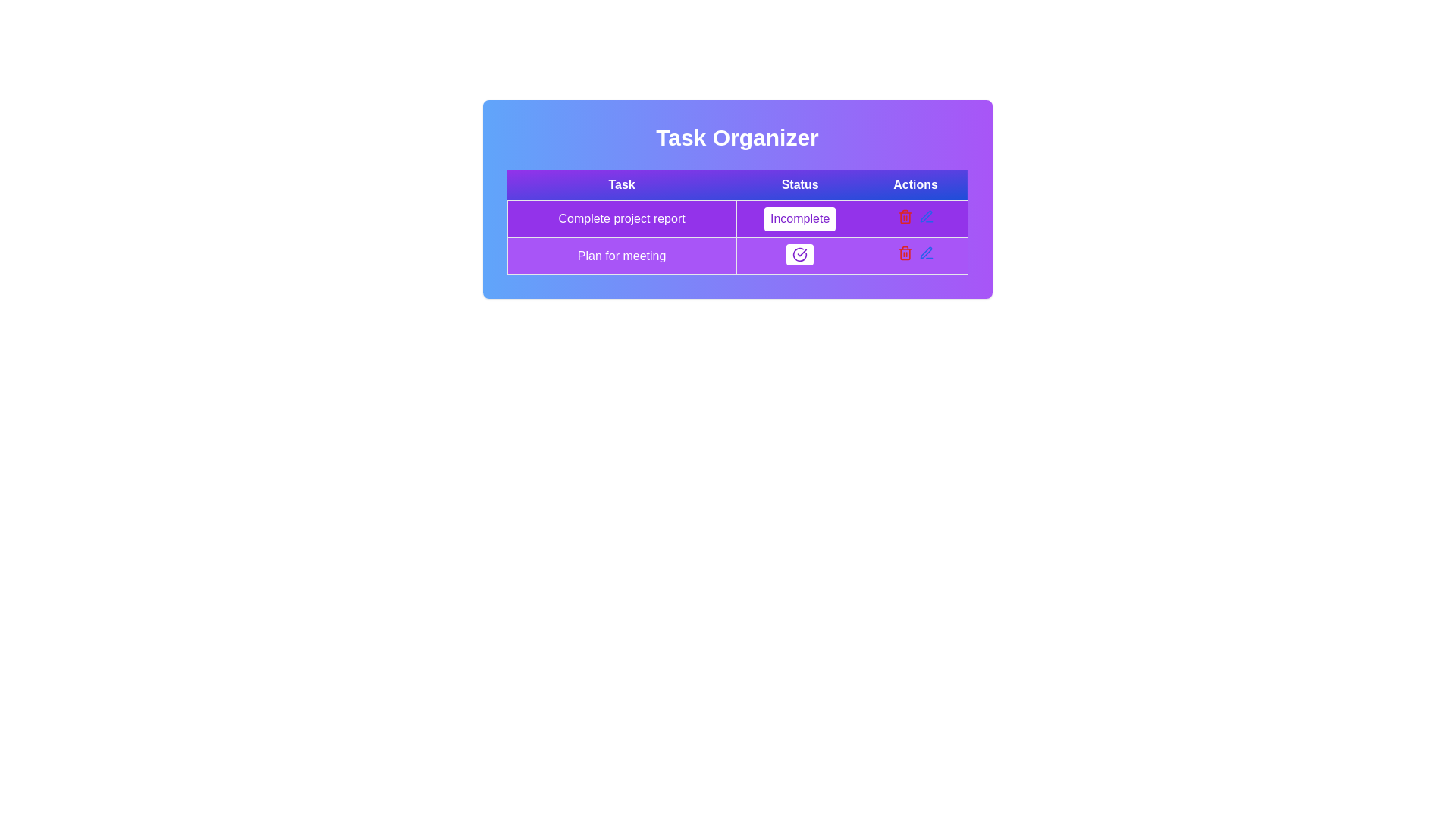 The image size is (1456, 819). Describe the element at coordinates (925, 253) in the screenshot. I see `the edit button located in the 'Actions' column of the table for the 'Complete project report' task` at that location.